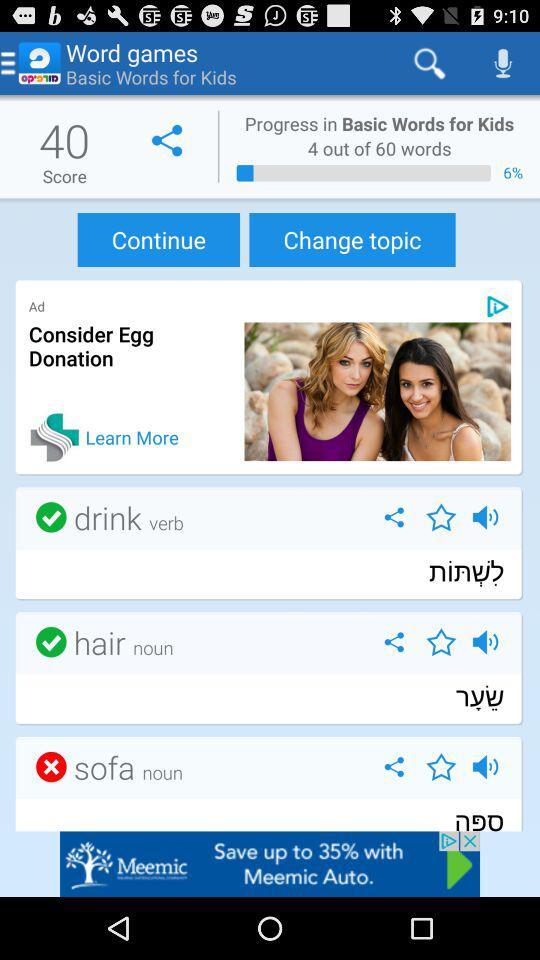  I want to click on learn more, so click(55, 437).